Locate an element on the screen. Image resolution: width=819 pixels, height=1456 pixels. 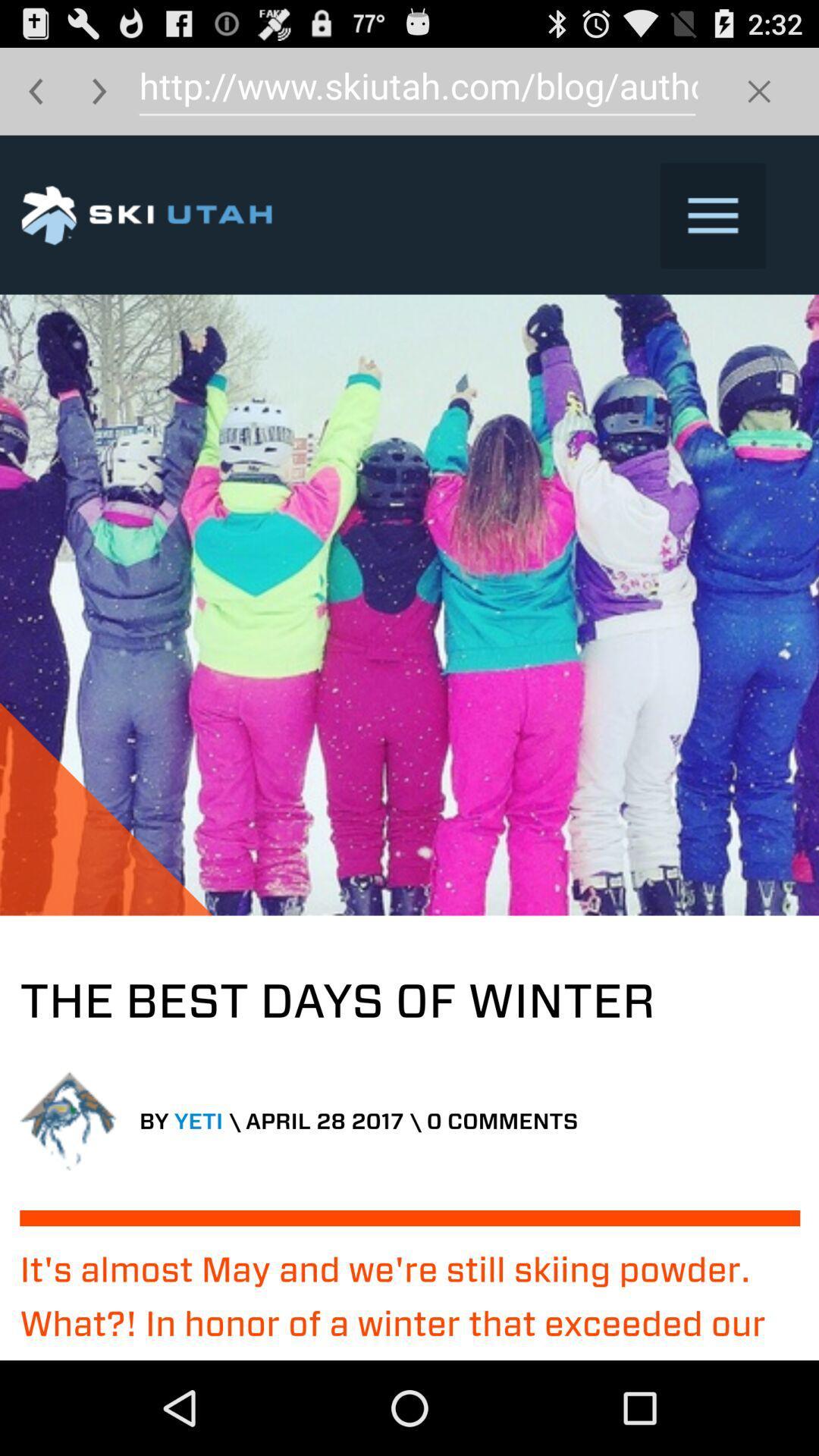
the arrow_backward icon is located at coordinates (35, 97).